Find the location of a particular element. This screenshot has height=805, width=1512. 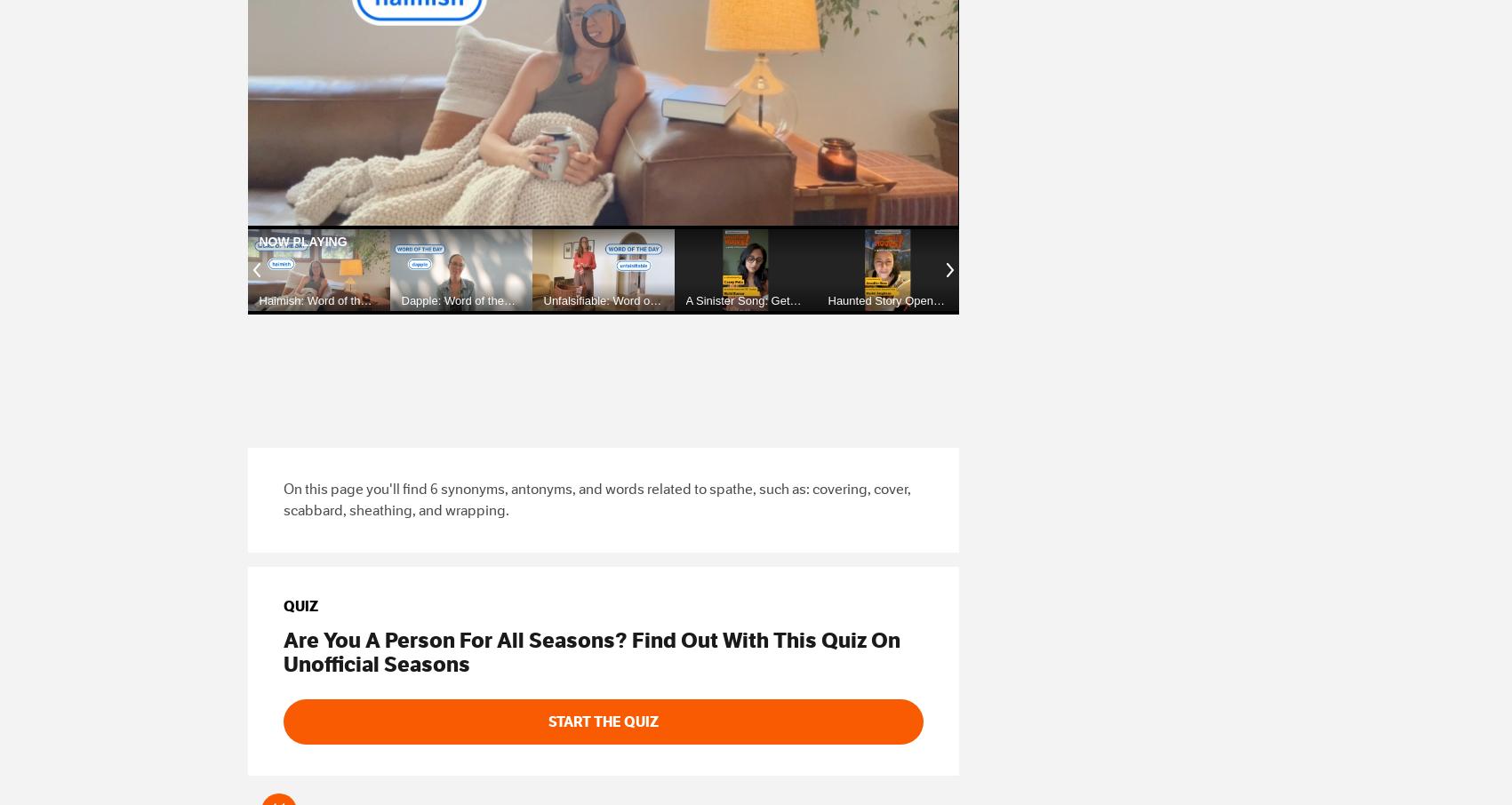

'Unfalsifiable: Word of the Day' is located at coordinates (596, 307).